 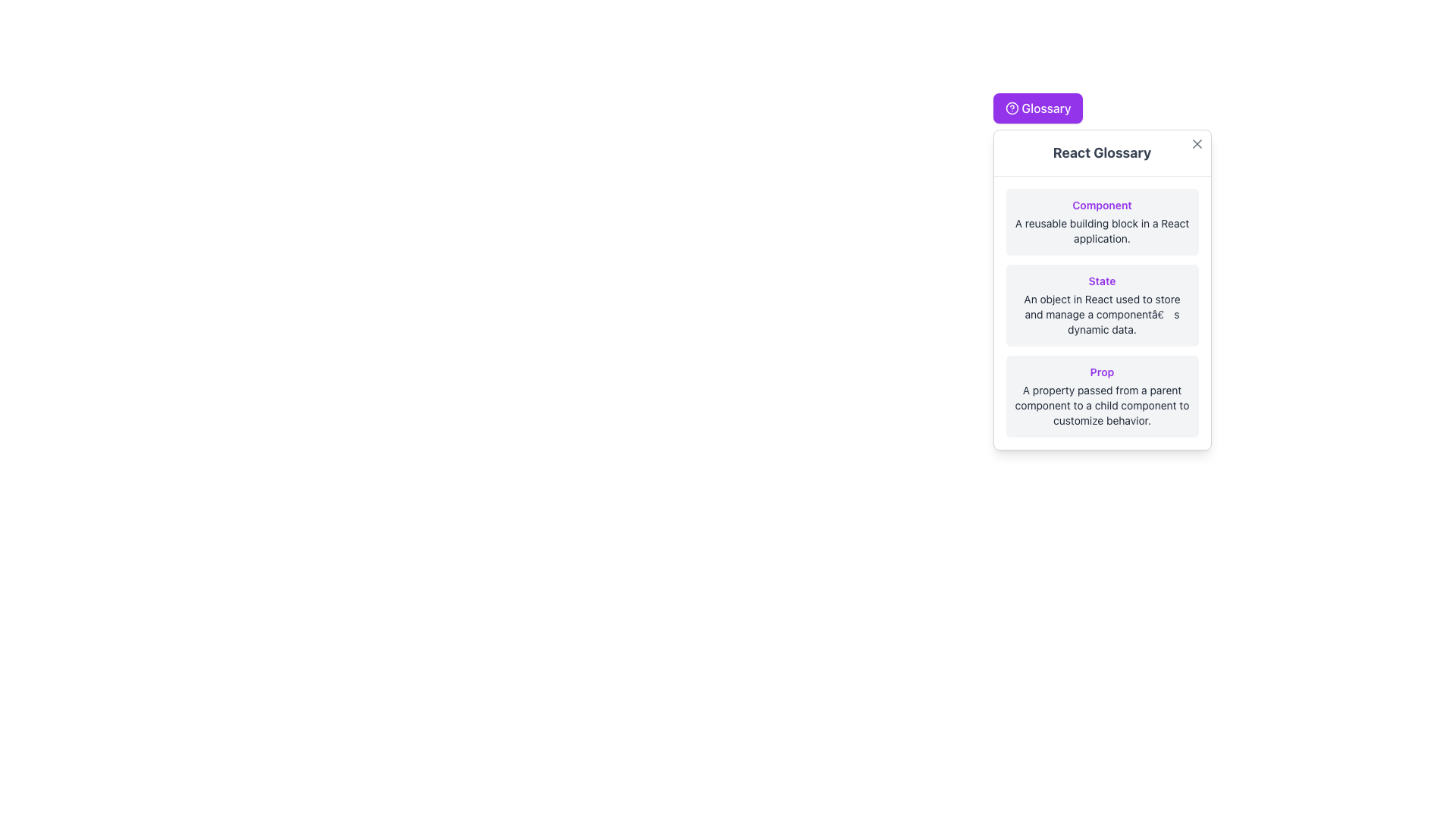 What do you see at coordinates (1102, 231) in the screenshot?
I see `the descriptive text element located beneath the title 'Component' in the glossary, which provides context for the concept of 'Component.'` at bounding box center [1102, 231].